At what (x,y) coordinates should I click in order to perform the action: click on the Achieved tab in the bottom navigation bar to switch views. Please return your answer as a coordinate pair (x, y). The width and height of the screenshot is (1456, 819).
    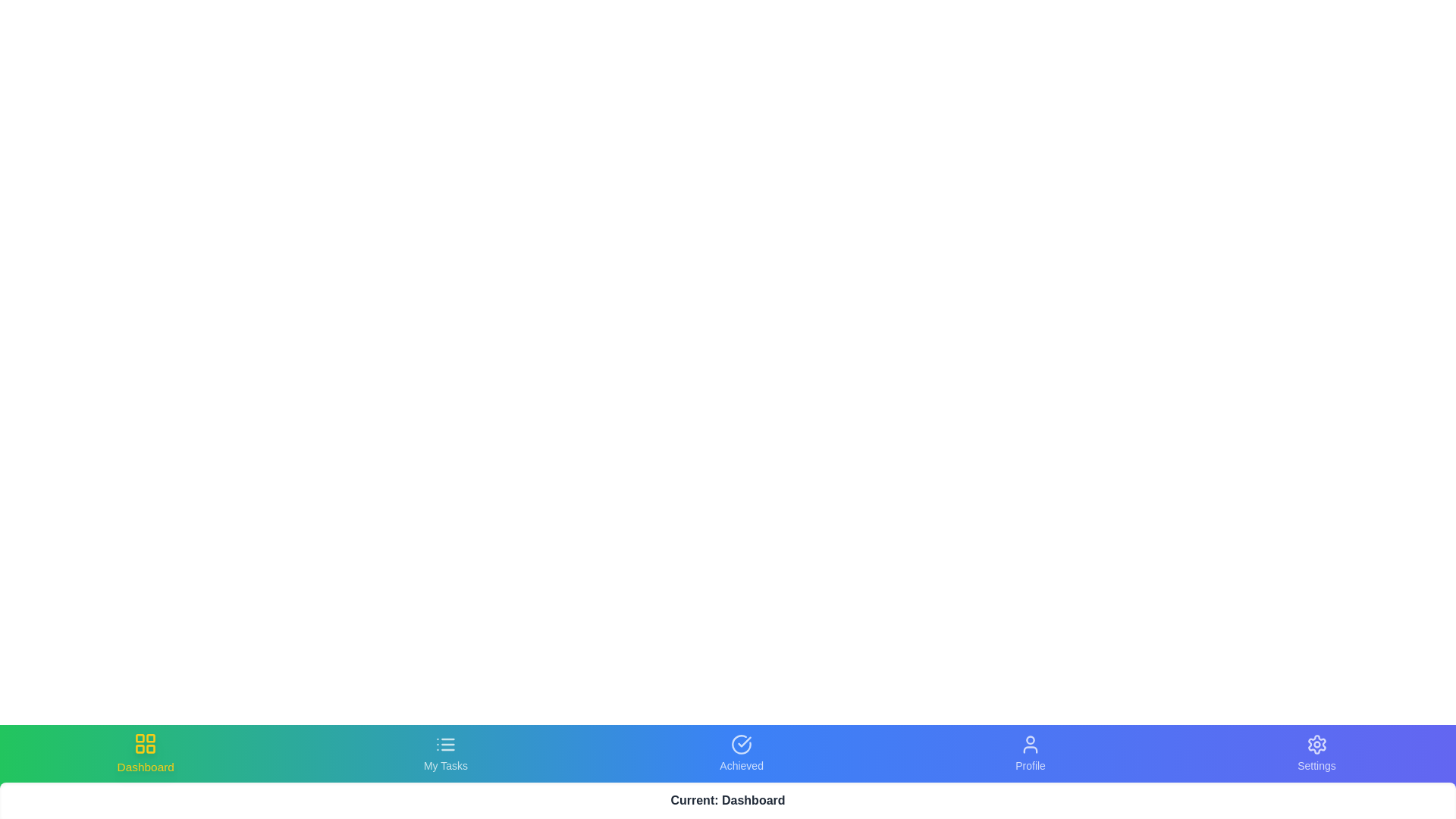
    Looking at the image, I should click on (742, 754).